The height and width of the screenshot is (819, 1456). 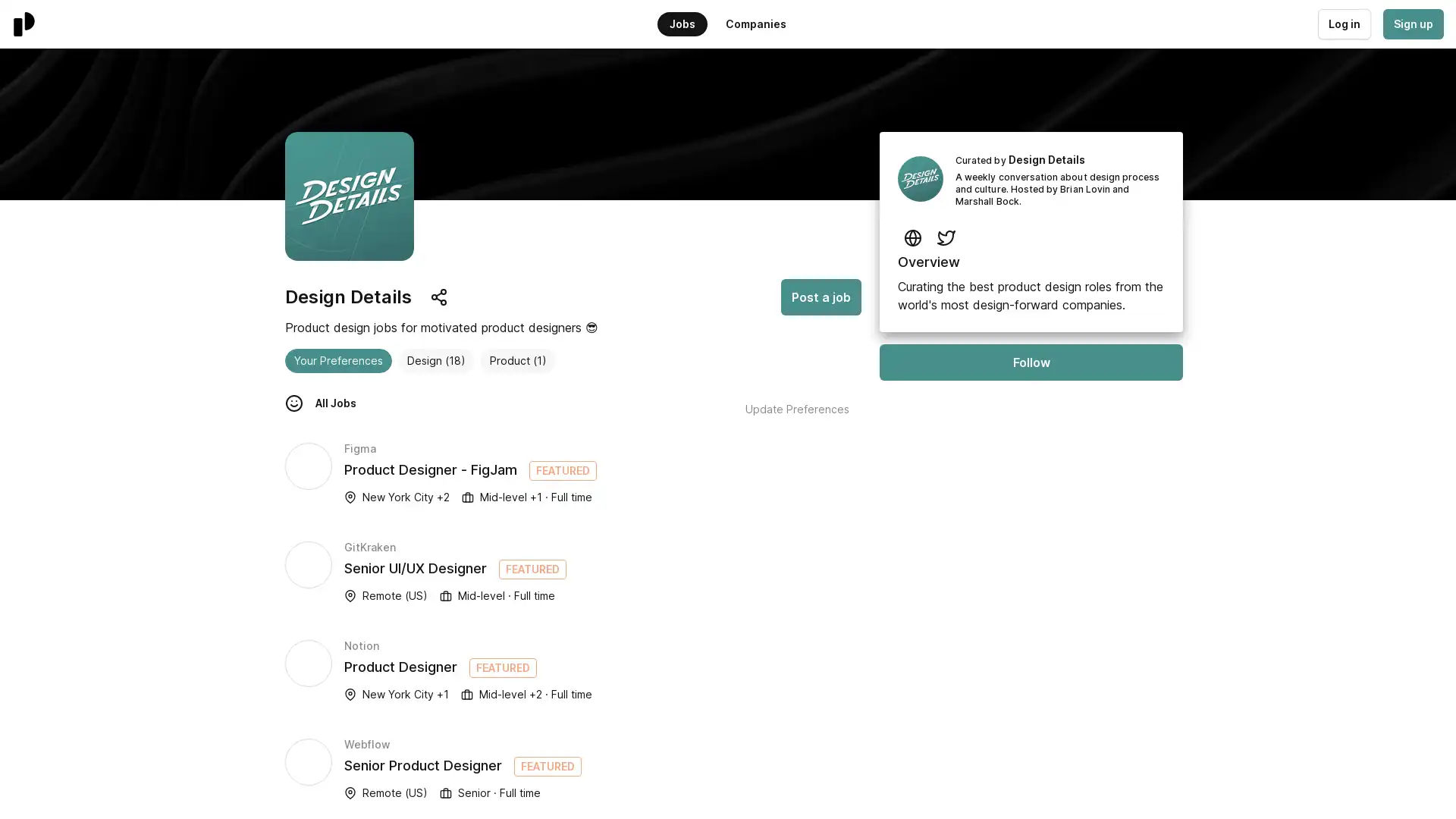 I want to click on Sign up, so click(x=1411, y=24).